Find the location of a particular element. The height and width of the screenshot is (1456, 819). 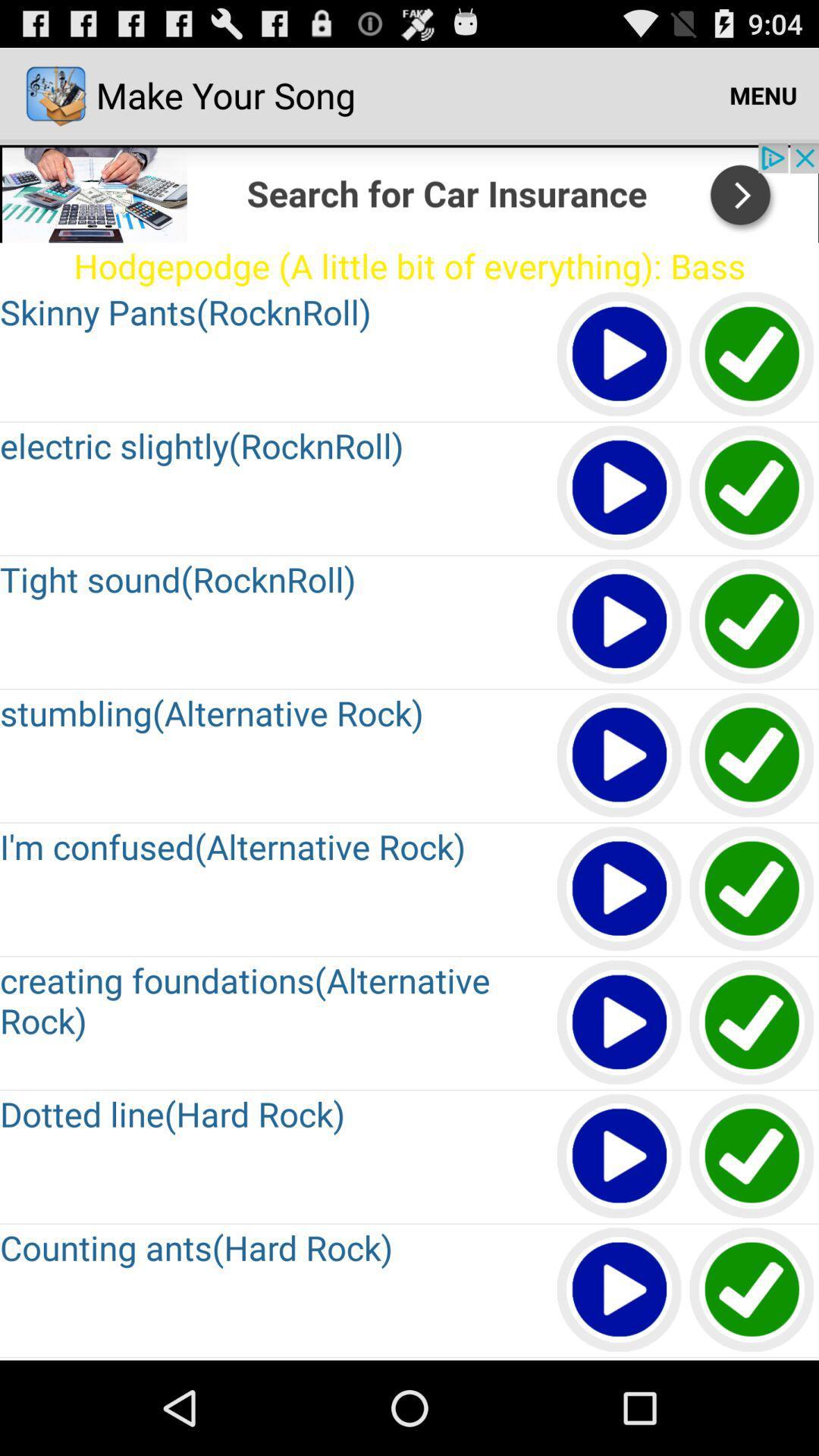

shows right click icon is located at coordinates (752, 354).